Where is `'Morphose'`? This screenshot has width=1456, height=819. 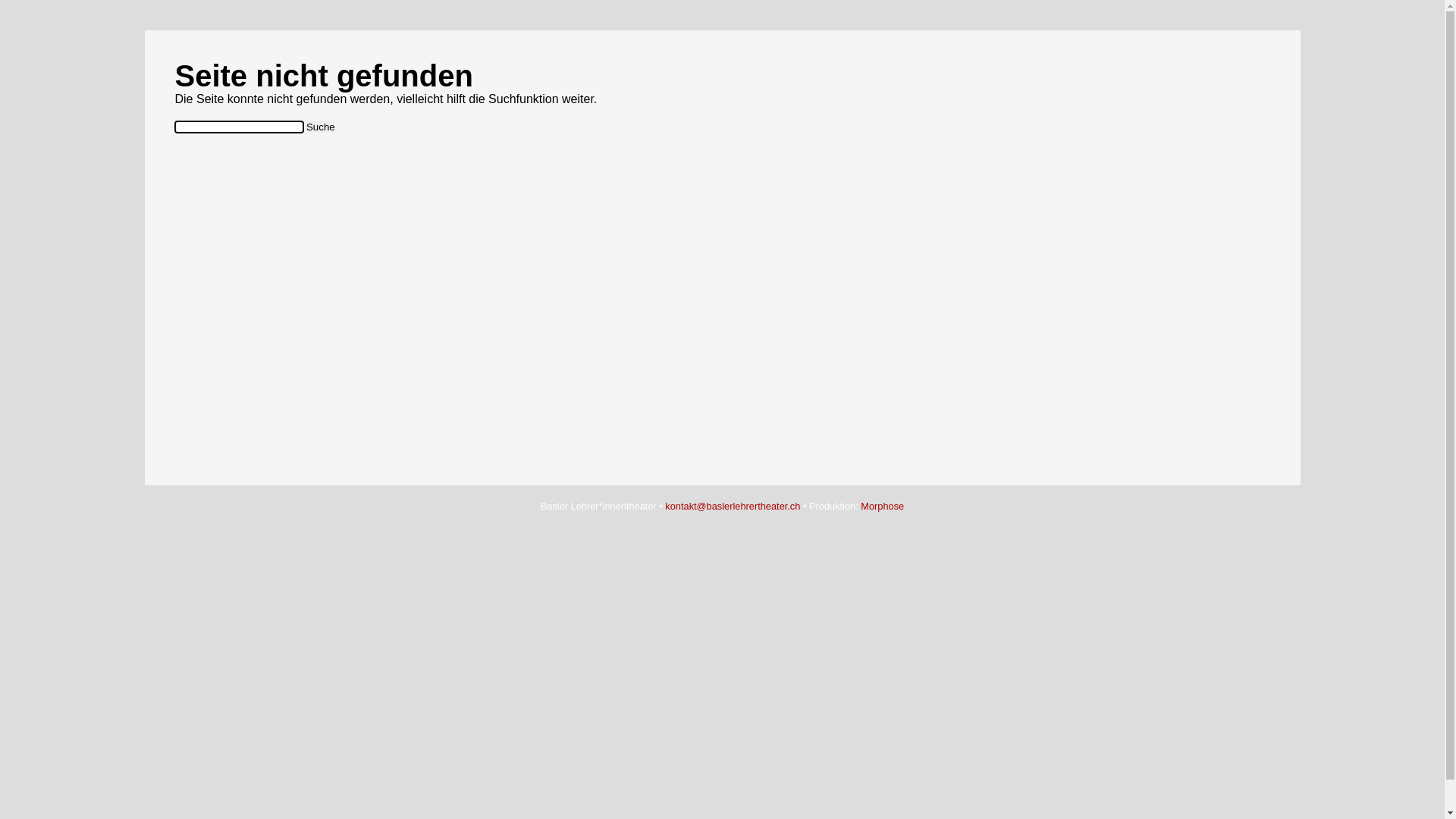 'Morphose' is located at coordinates (882, 506).